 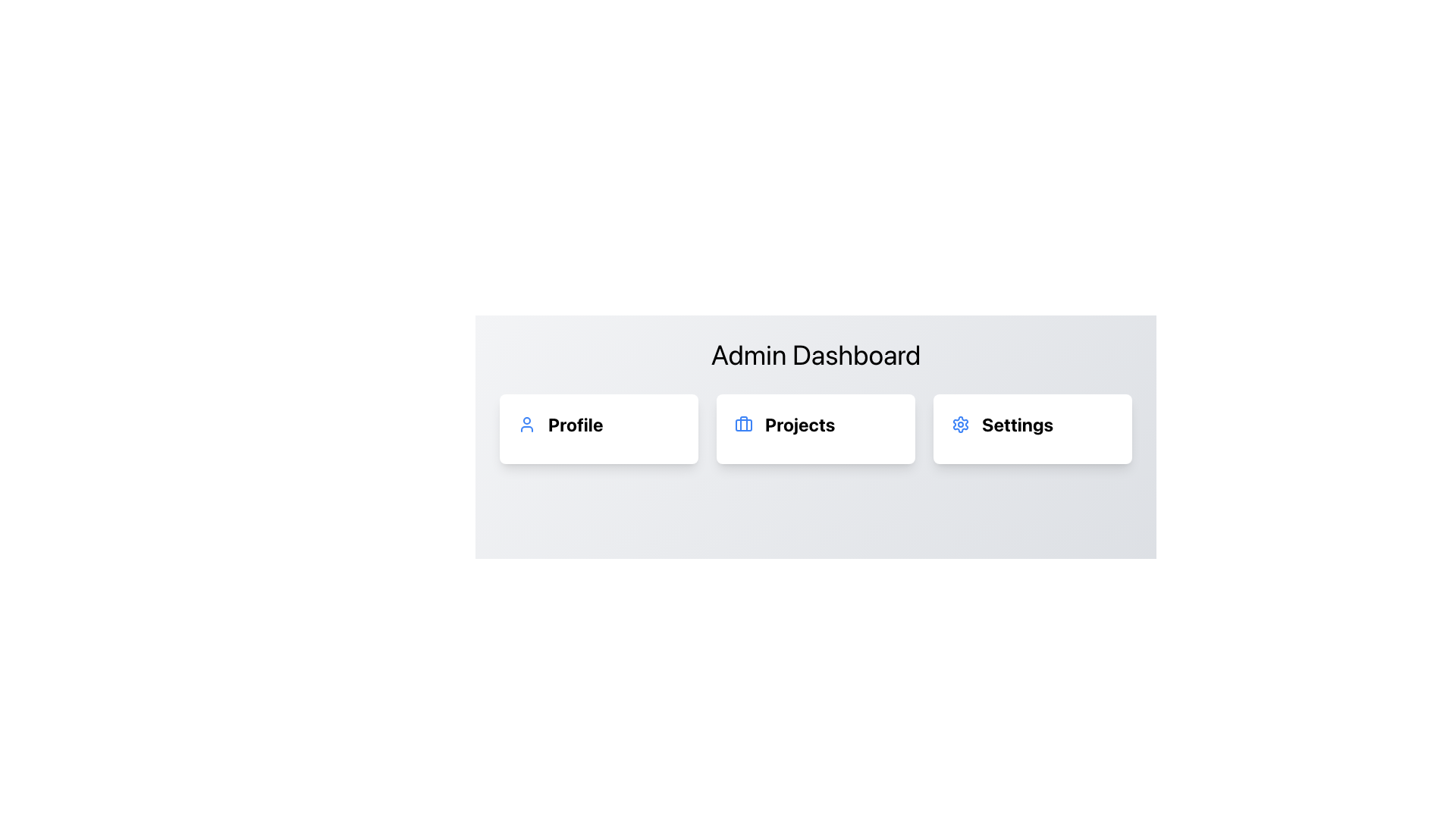 I want to click on the 'Projects' icon located to the left of the 'Projects' text label in the second card of the three horizontally aligned cards, so click(x=743, y=424).